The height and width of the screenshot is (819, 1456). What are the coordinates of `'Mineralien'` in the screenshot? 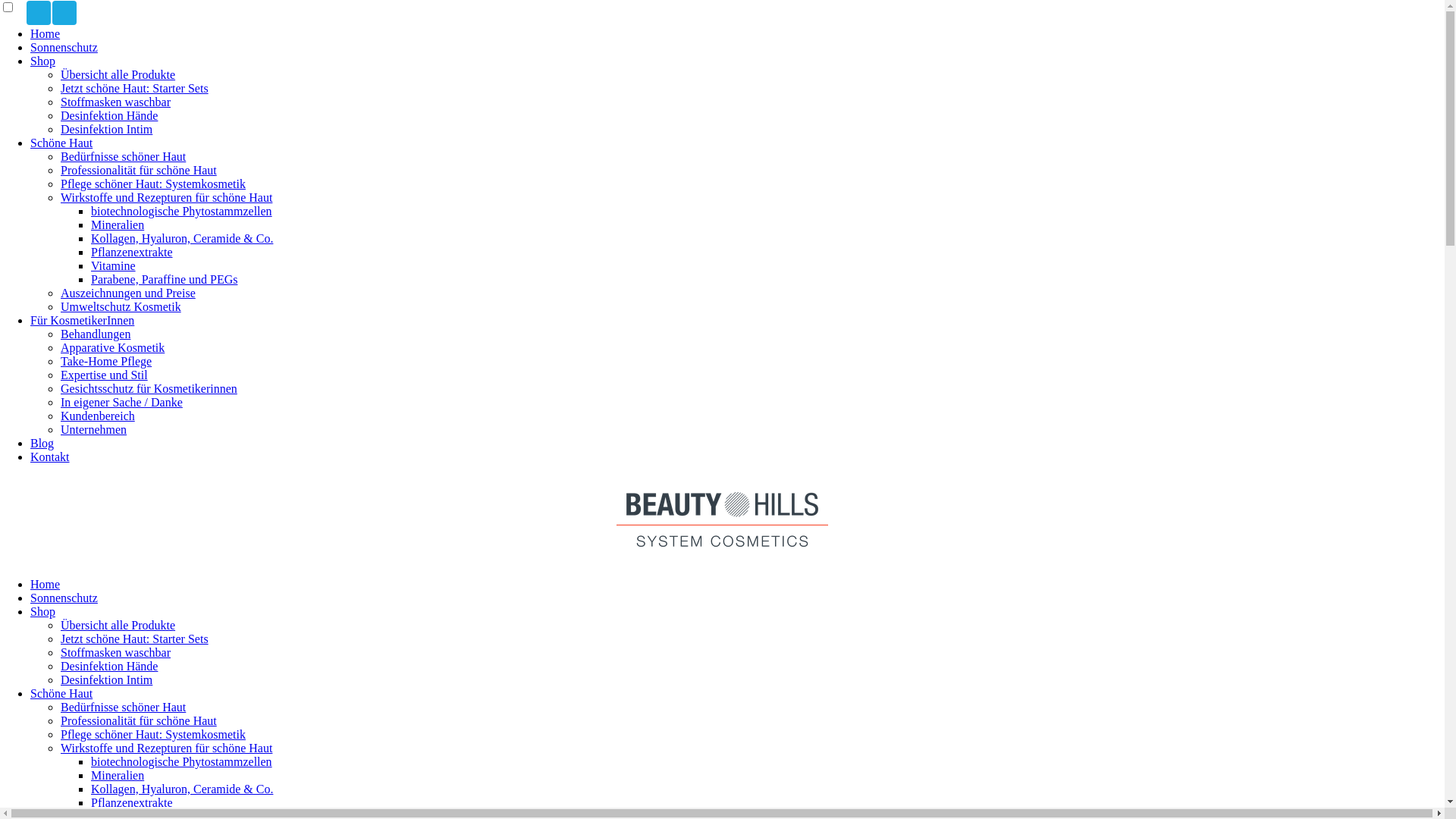 It's located at (116, 224).